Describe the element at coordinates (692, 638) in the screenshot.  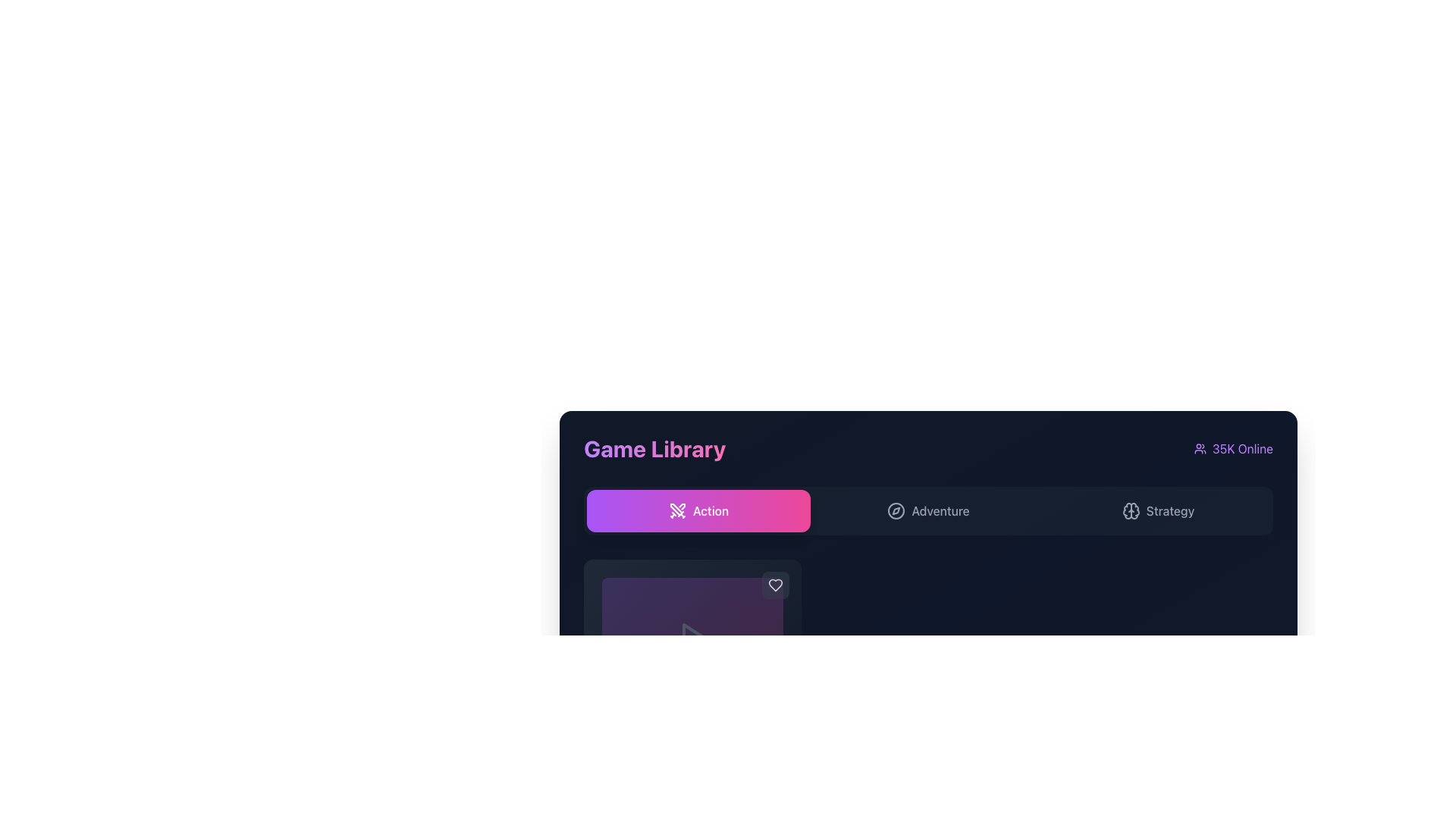
I see `the Play button (SVG icon) located below the 'Game Library' header to initiate playback` at that location.